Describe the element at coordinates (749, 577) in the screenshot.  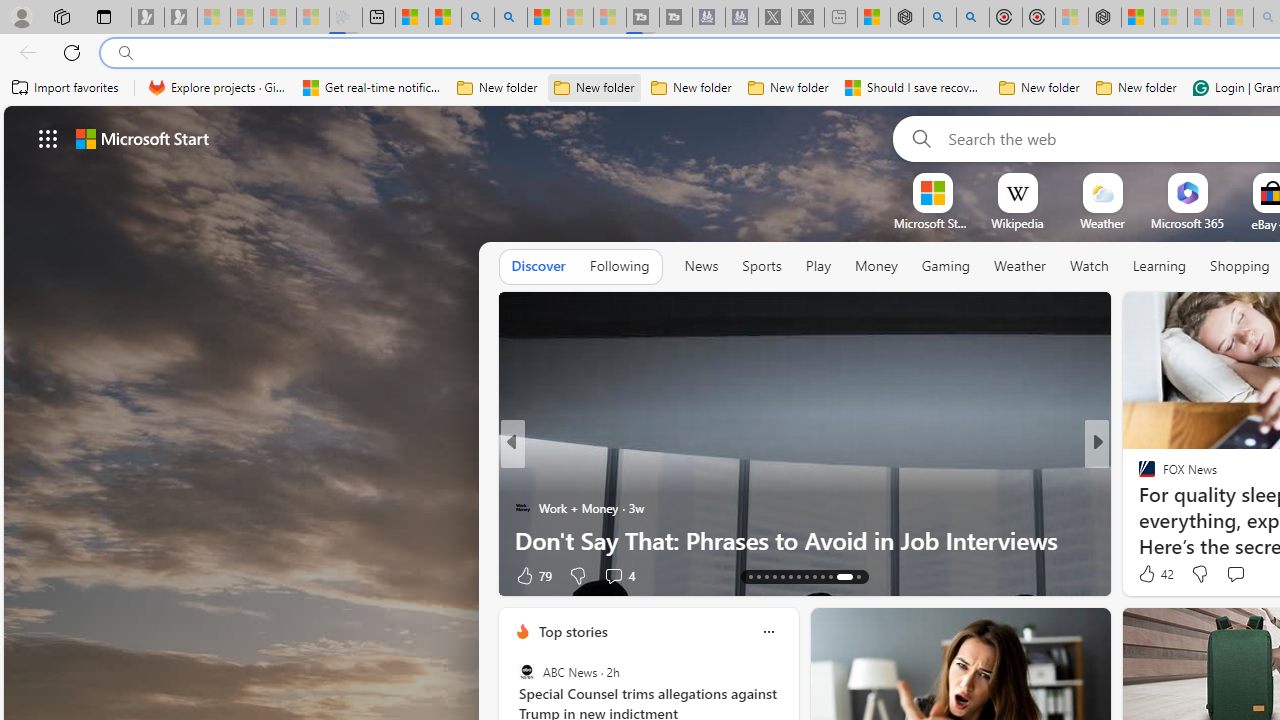
I see `'AutomationID: tab-13'` at that location.